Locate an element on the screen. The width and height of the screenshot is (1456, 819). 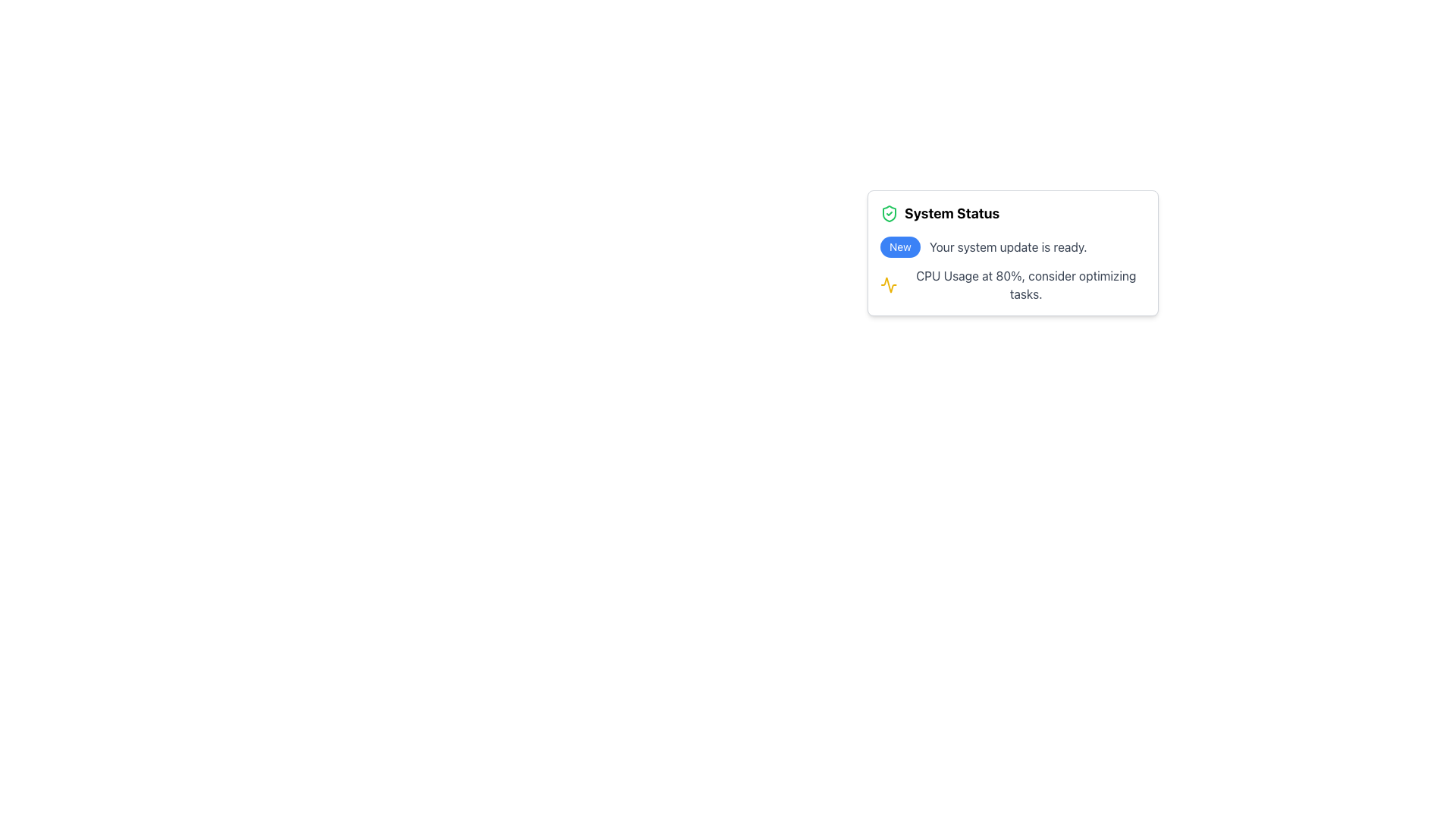
the Text and badge notification that includes a circular blue badge labeled 'New' and the message 'Your system update is ready.' in the system status notification area is located at coordinates (1012, 246).